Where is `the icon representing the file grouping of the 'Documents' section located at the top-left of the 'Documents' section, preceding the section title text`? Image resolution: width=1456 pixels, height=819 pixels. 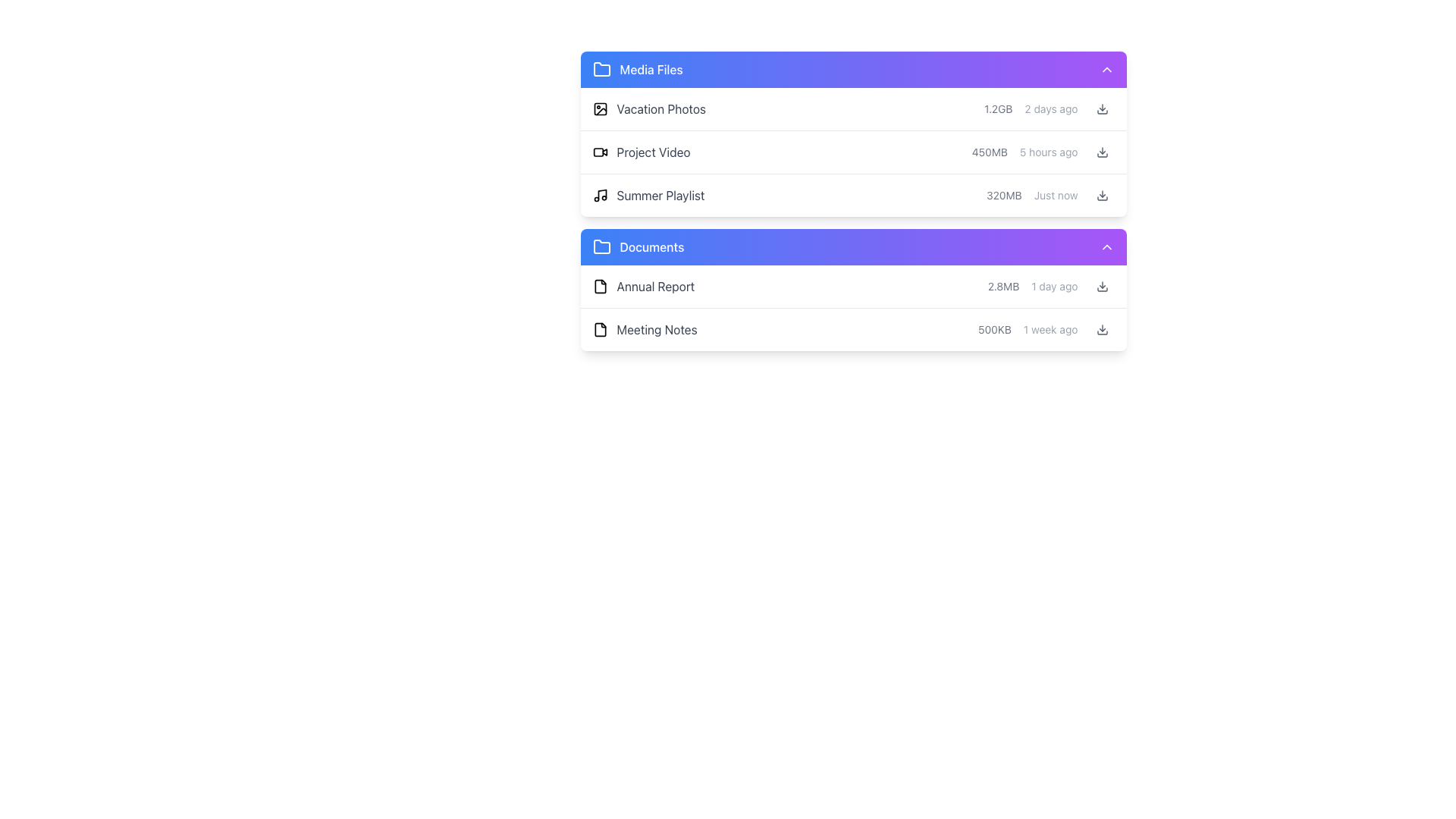
the icon representing the file grouping of the 'Documents' section located at the top-left of the 'Documents' section, preceding the section title text is located at coordinates (601, 246).